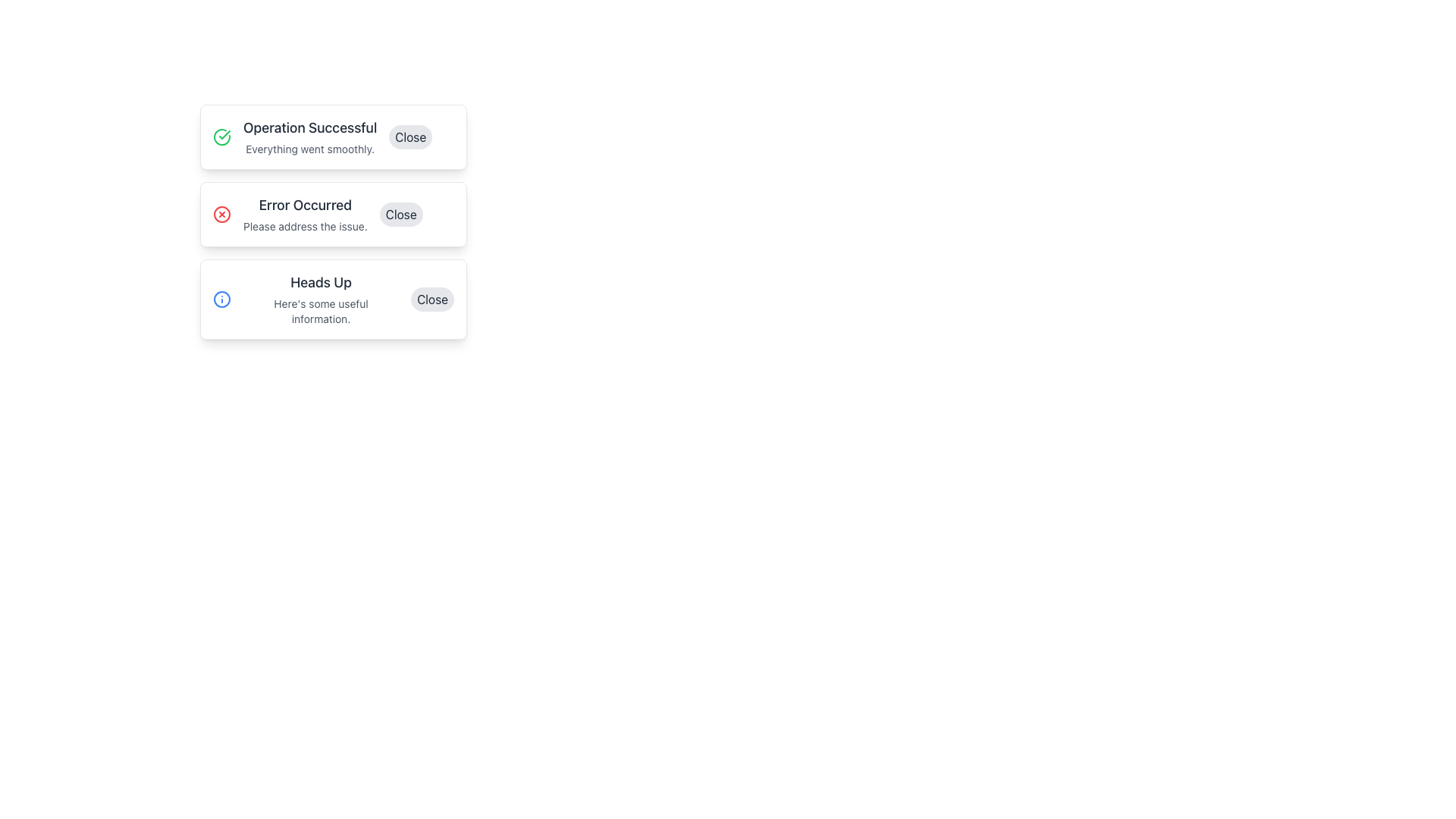  What do you see at coordinates (221, 299) in the screenshot?
I see `the first graphical component of the SVG associated with the 'Heads Up' notification bar, located to the left of the bar's text content` at bounding box center [221, 299].